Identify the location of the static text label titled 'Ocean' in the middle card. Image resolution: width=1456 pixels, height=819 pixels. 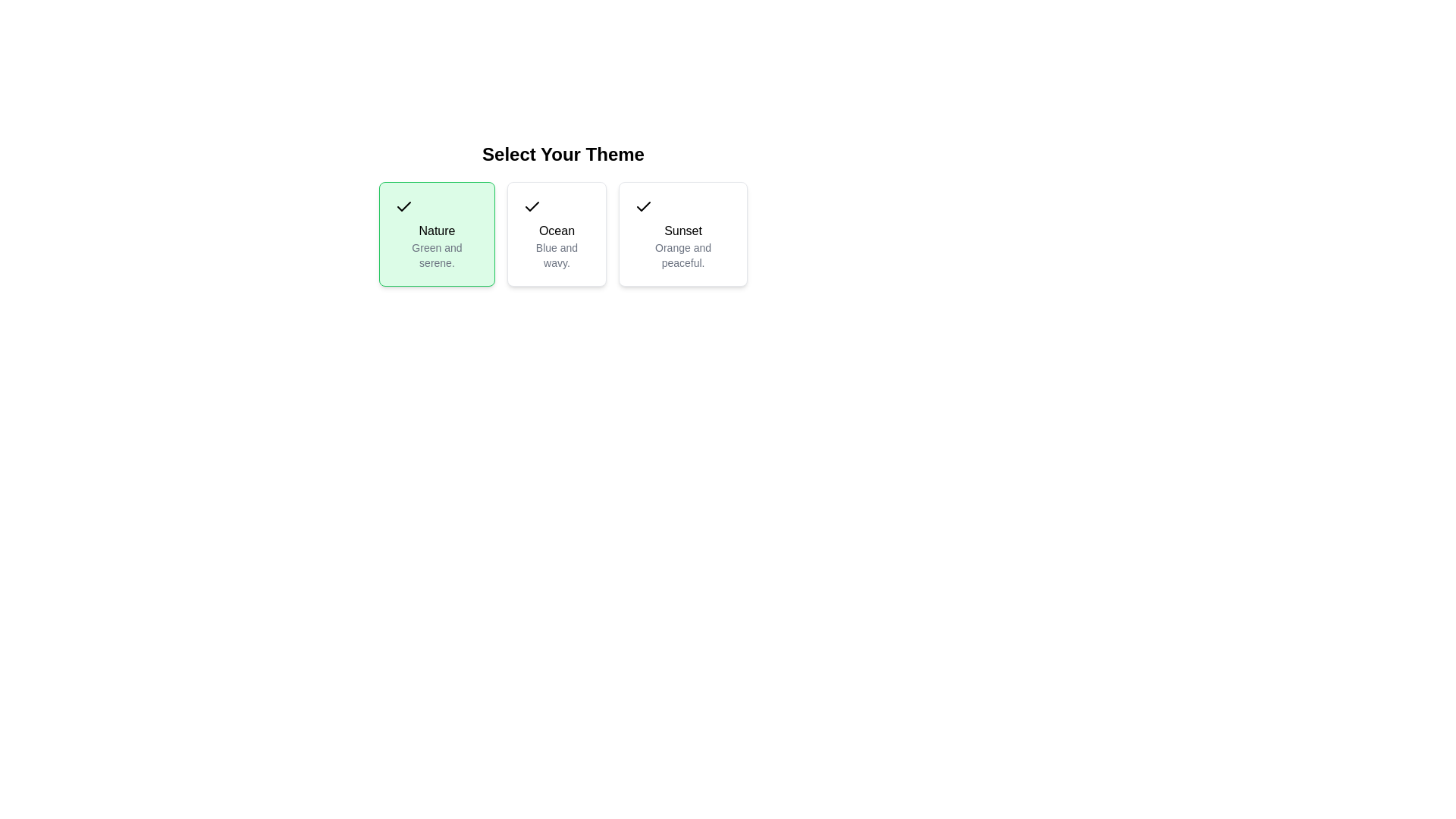
(556, 231).